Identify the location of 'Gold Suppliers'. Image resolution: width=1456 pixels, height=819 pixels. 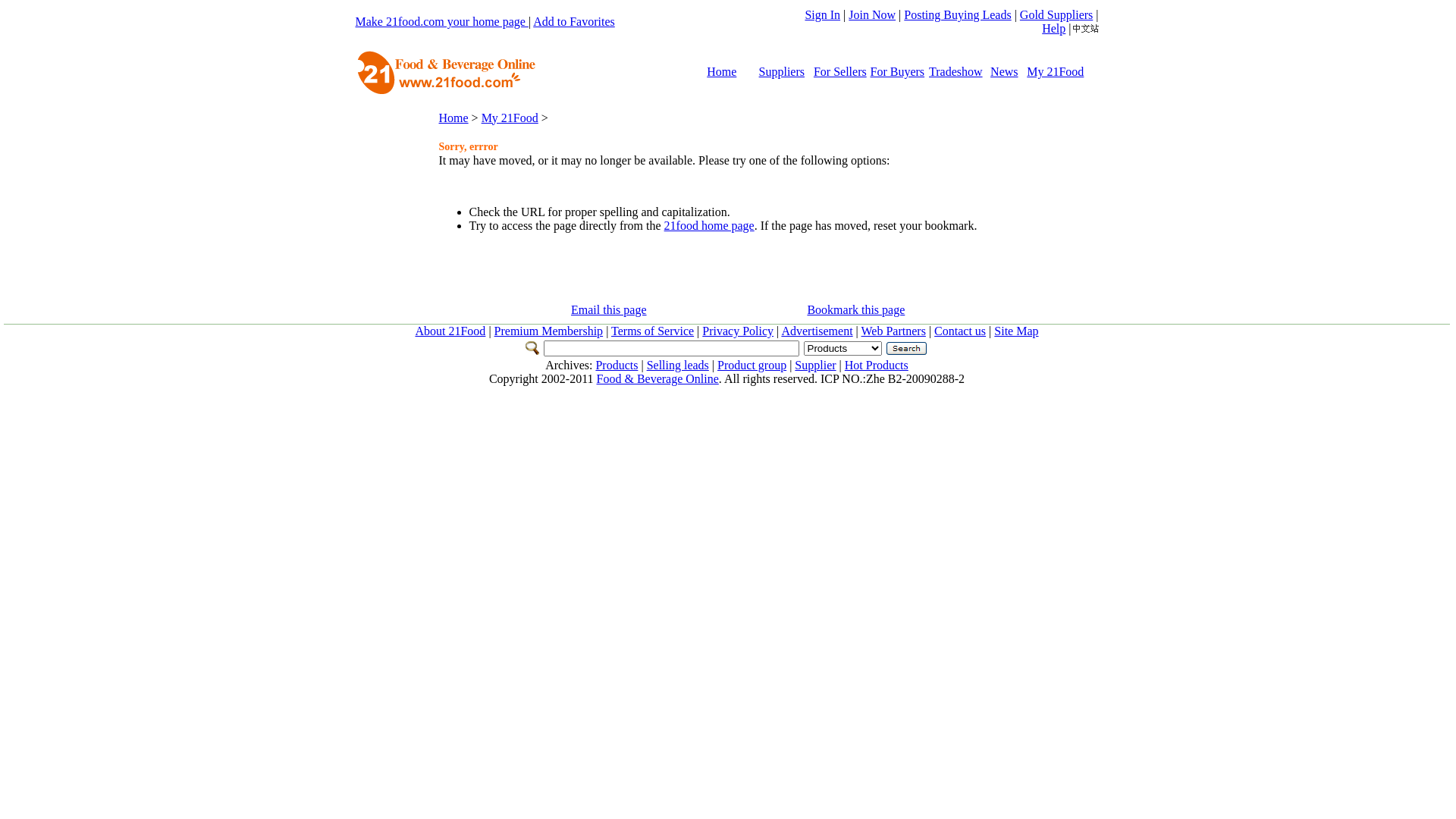
(1055, 14).